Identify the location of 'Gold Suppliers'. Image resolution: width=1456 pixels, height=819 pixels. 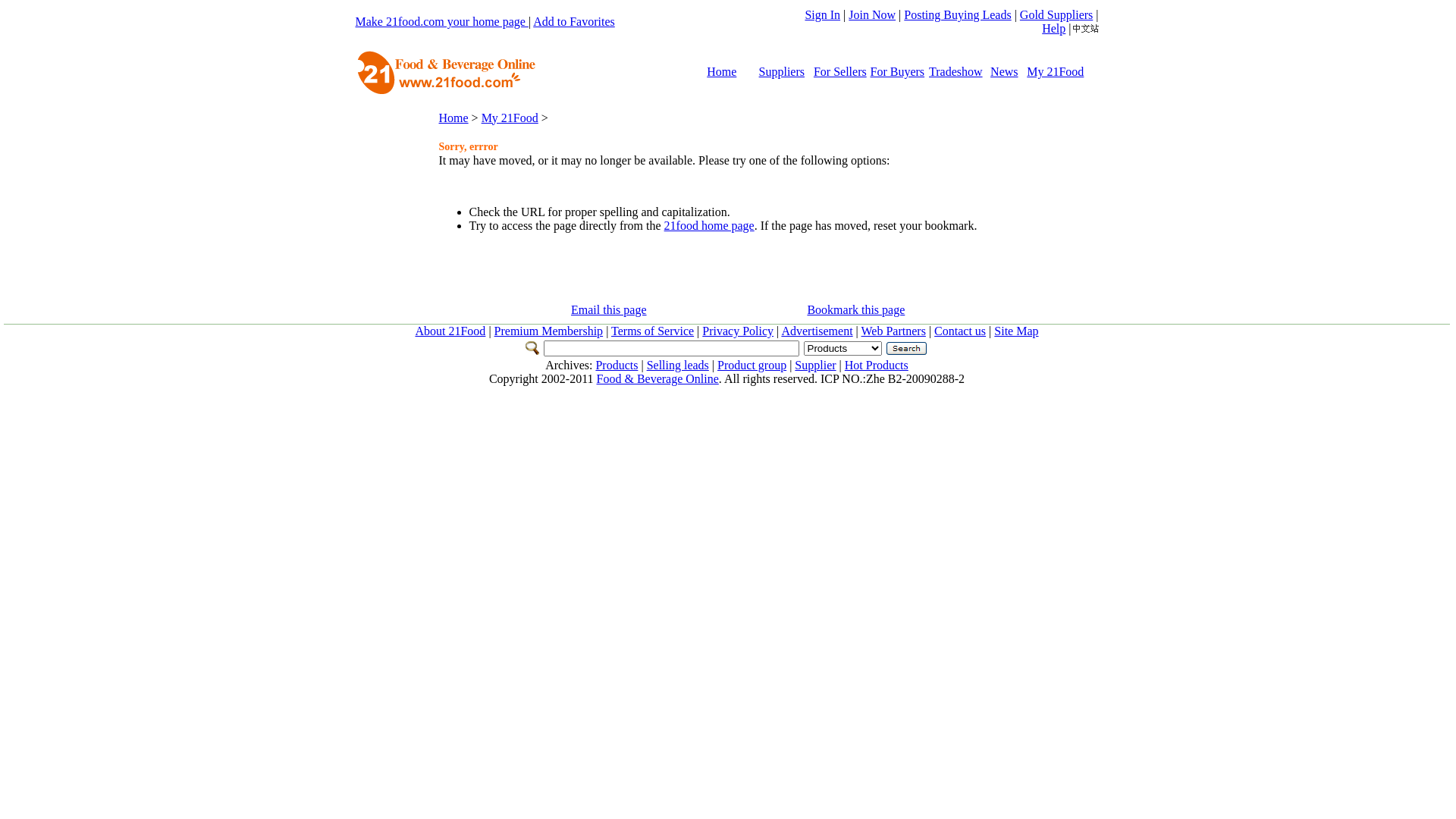
(1055, 14).